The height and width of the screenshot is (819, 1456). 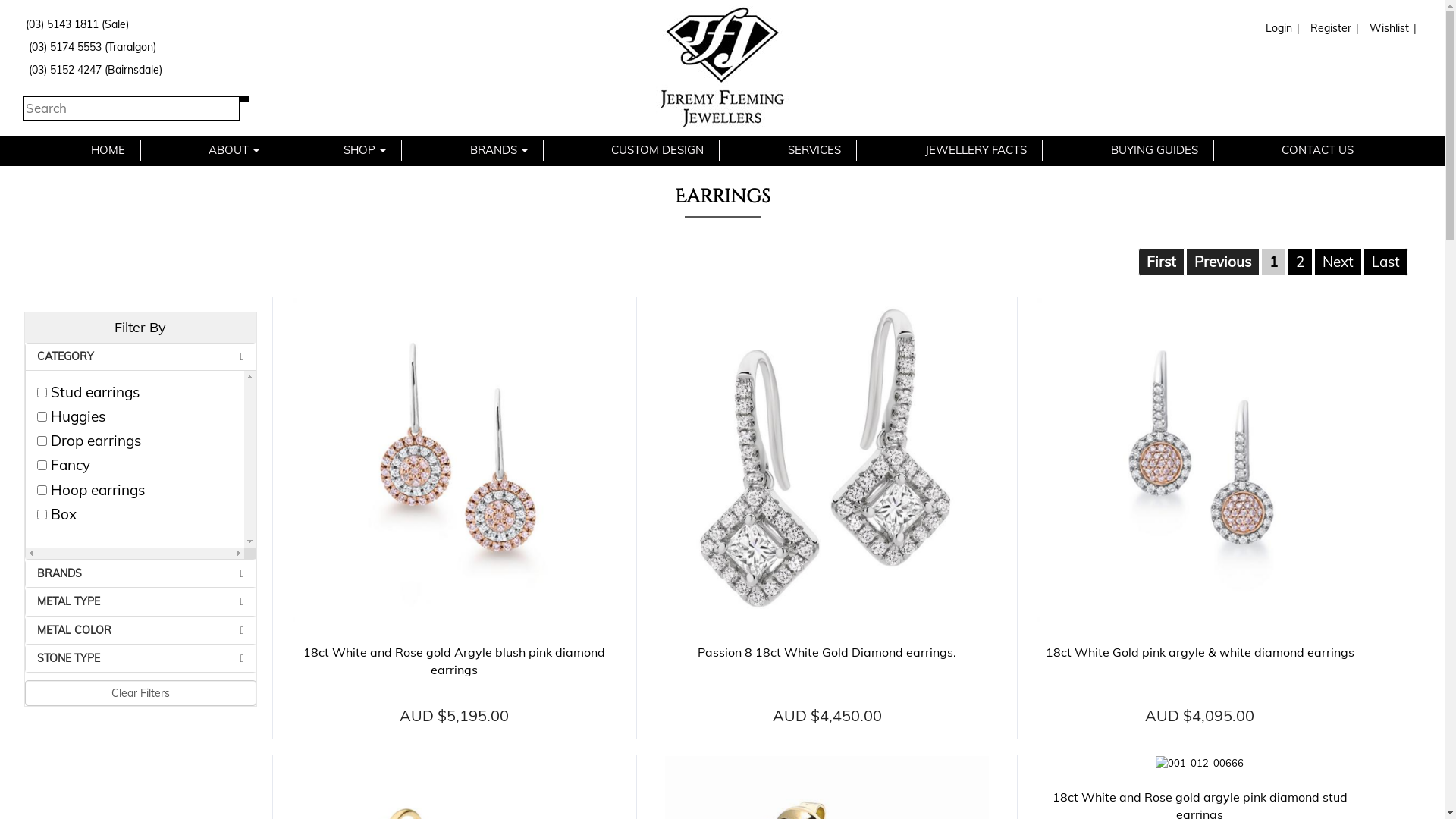 What do you see at coordinates (721, 67) in the screenshot?
I see `'Jeremy Fleming Jewellers In Sale & Traralgon, VIC '` at bounding box center [721, 67].